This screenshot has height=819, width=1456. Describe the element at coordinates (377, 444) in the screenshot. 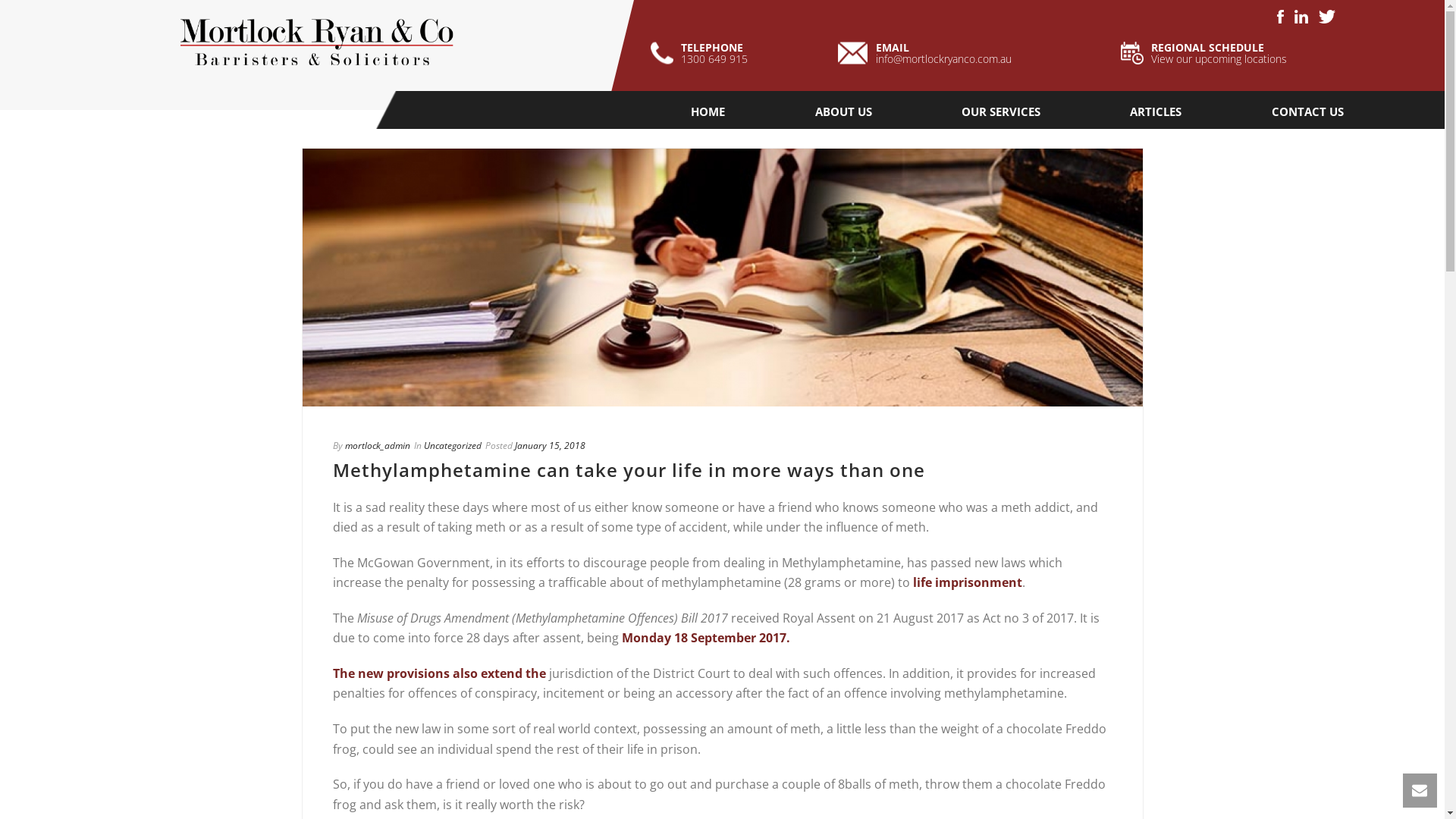

I see `'mortlock_admin'` at that location.